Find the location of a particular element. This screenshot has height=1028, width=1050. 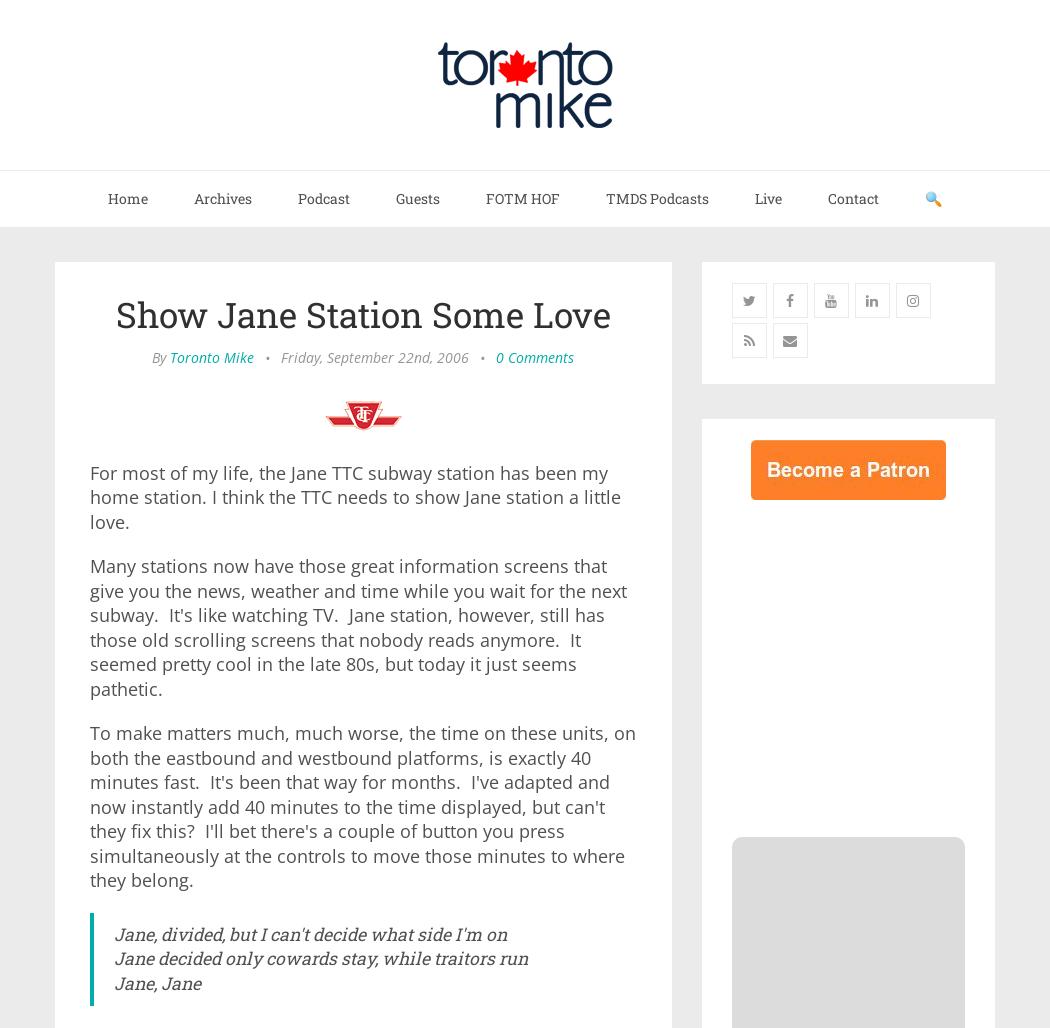

'Podcast' is located at coordinates (324, 197).